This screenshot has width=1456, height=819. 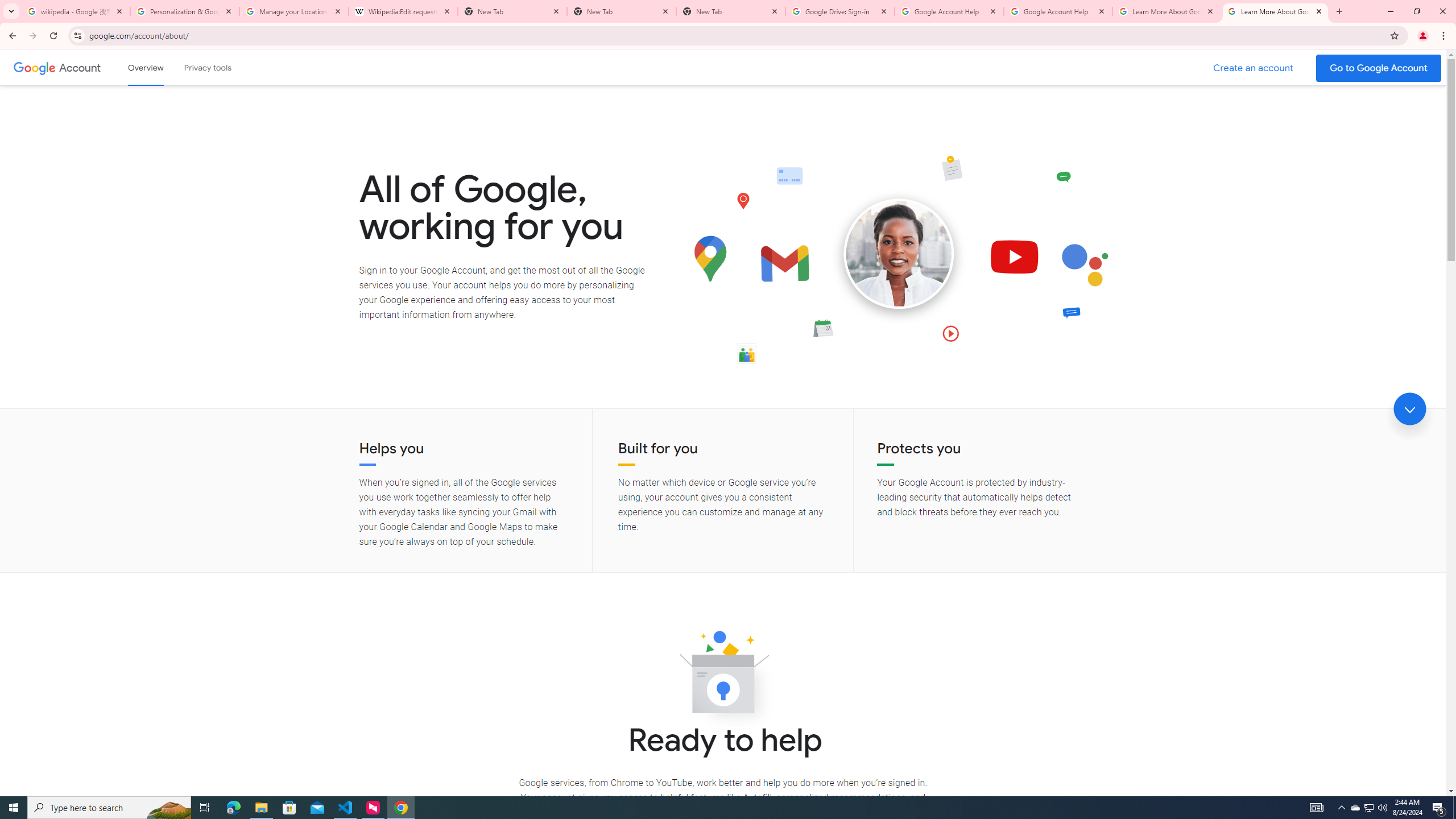 What do you see at coordinates (294, 11) in the screenshot?
I see `'Manage your Location History - Google Search Help'` at bounding box center [294, 11].